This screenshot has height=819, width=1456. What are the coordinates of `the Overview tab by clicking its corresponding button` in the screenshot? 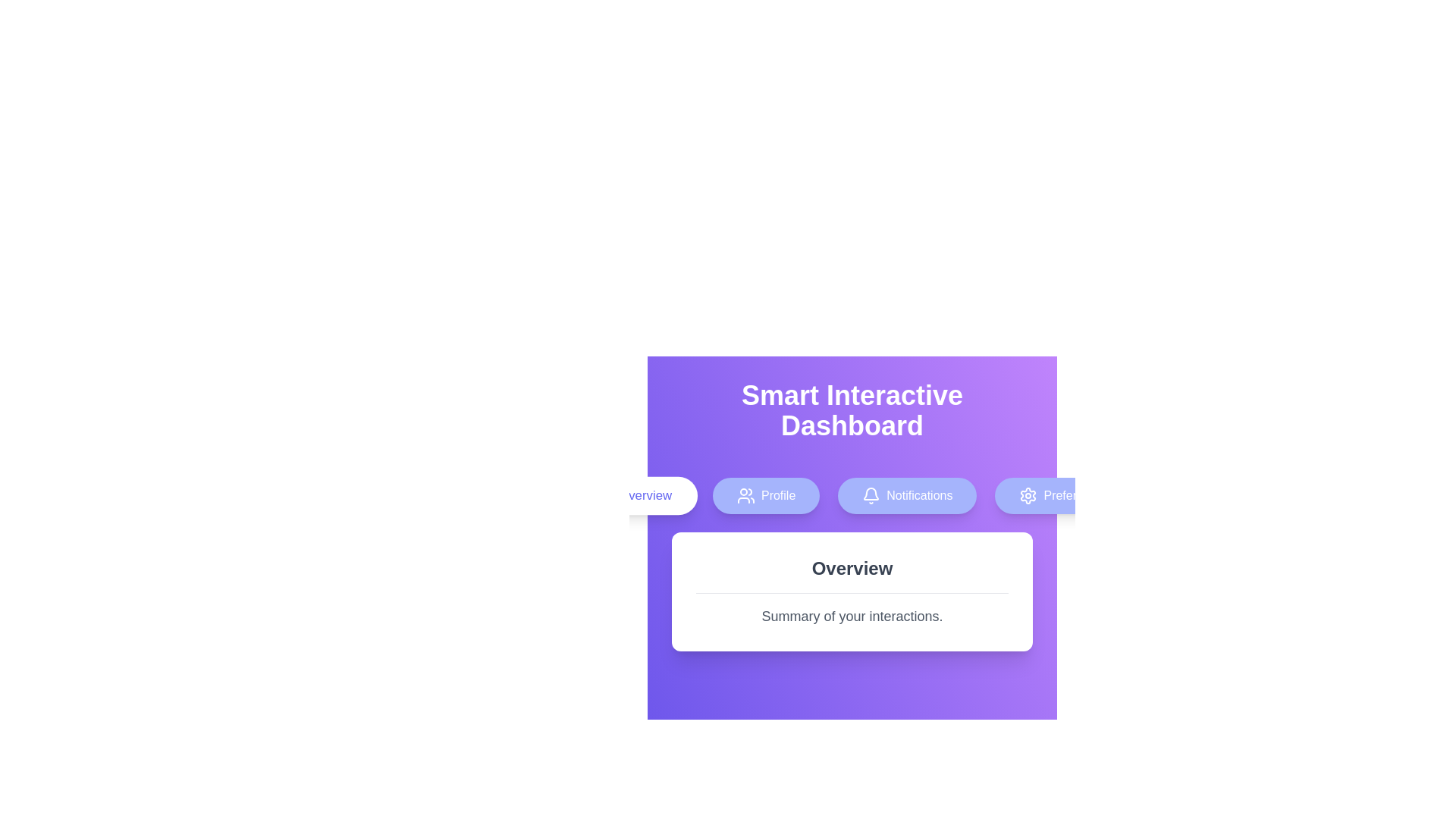 It's located at (632, 496).